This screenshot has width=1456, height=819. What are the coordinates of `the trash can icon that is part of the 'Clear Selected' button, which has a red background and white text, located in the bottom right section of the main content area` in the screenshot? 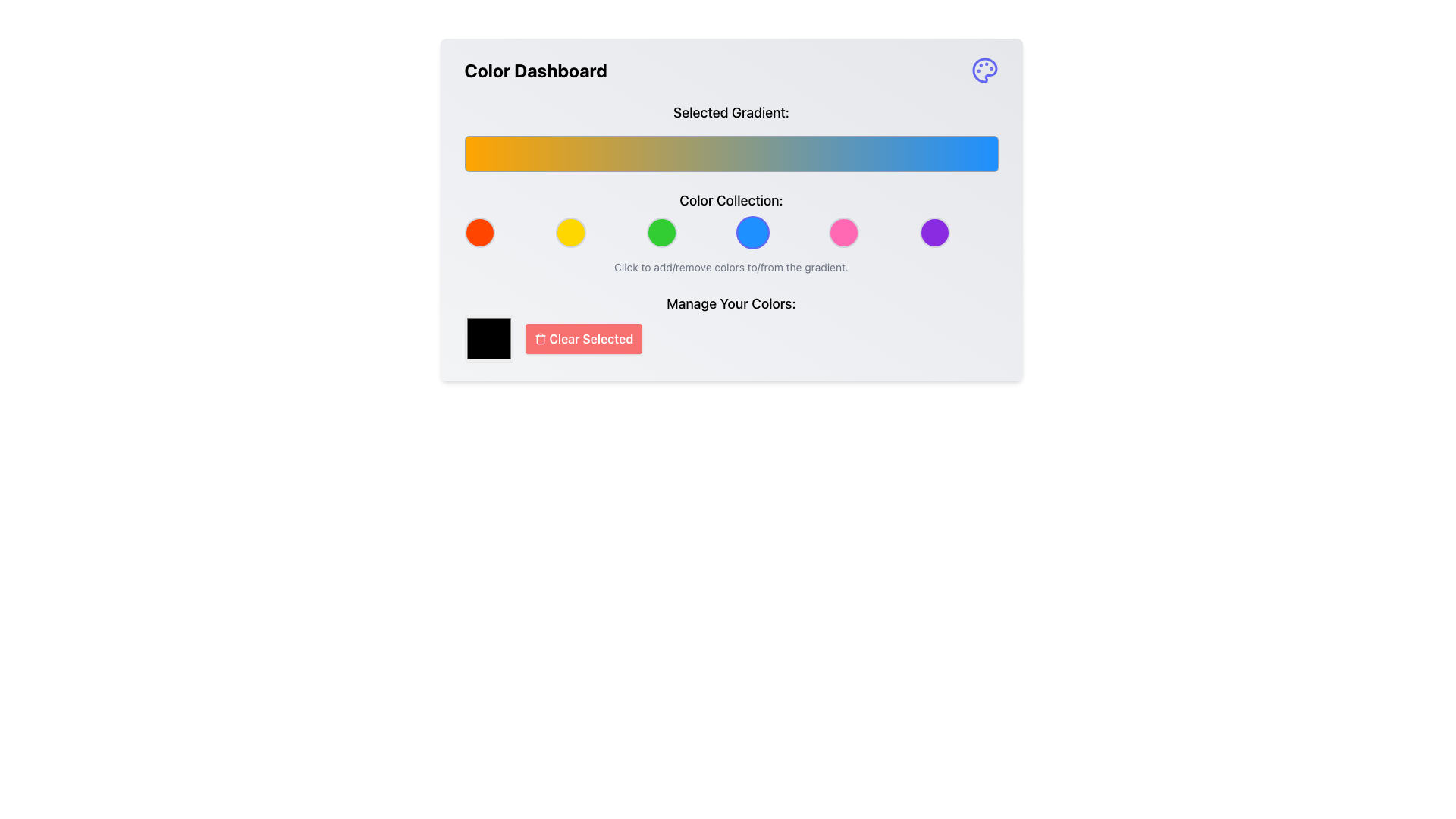 It's located at (540, 338).